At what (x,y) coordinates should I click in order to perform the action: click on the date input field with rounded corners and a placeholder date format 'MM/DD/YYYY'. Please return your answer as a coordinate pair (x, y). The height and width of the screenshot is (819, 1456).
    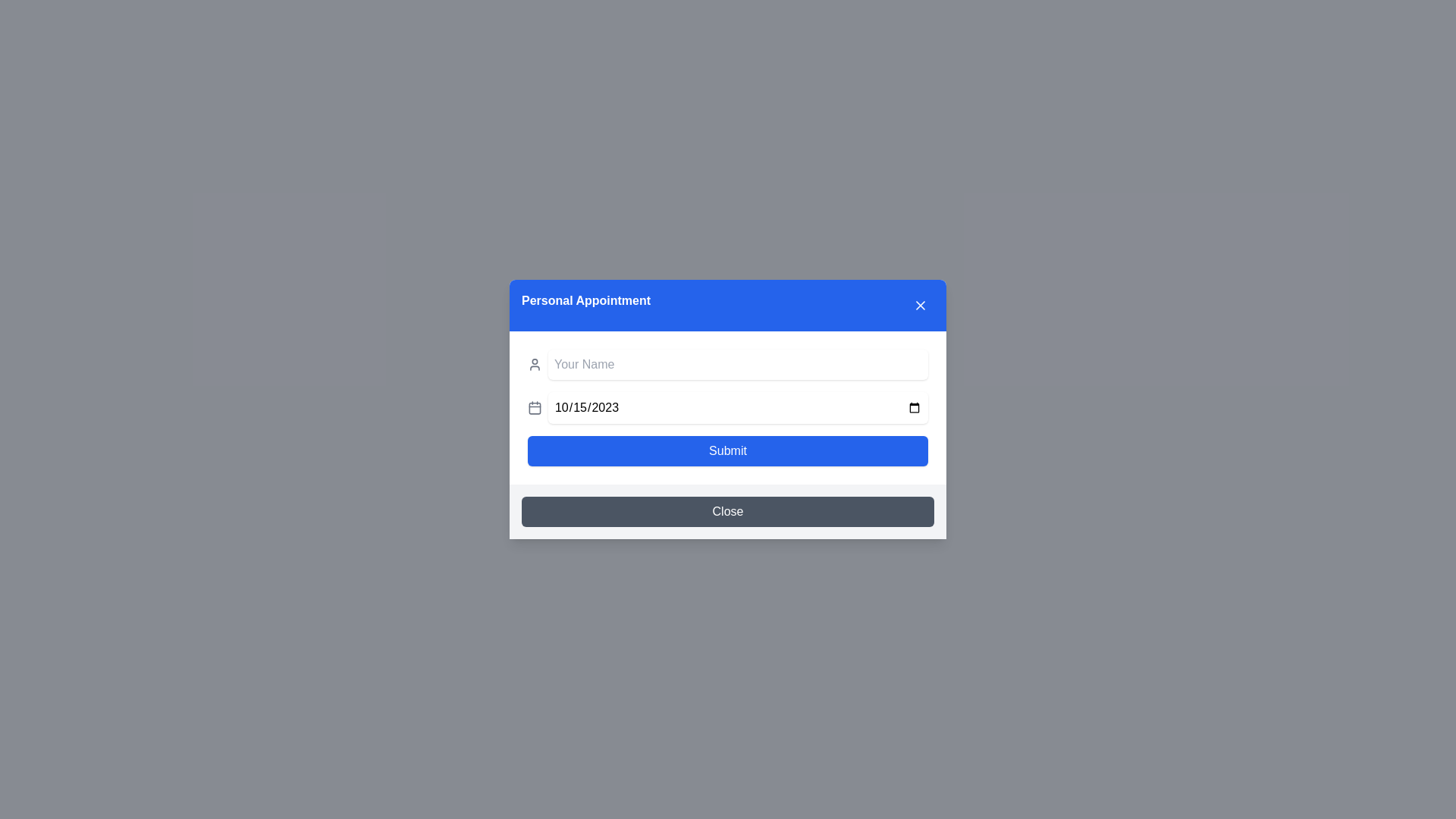
    Looking at the image, I should click on (738, 406).